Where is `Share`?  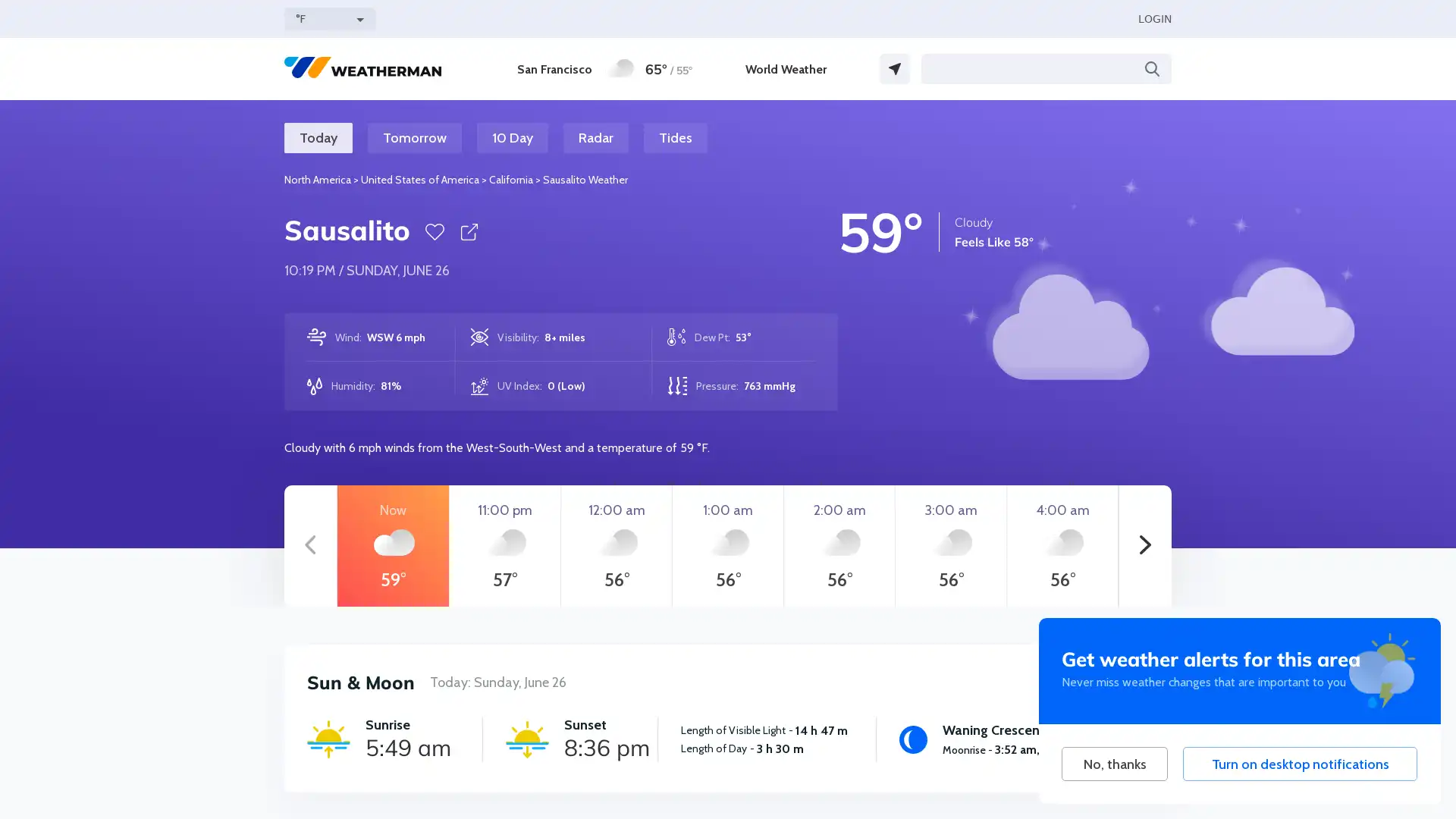
Share is located at coordinates (468, 231).